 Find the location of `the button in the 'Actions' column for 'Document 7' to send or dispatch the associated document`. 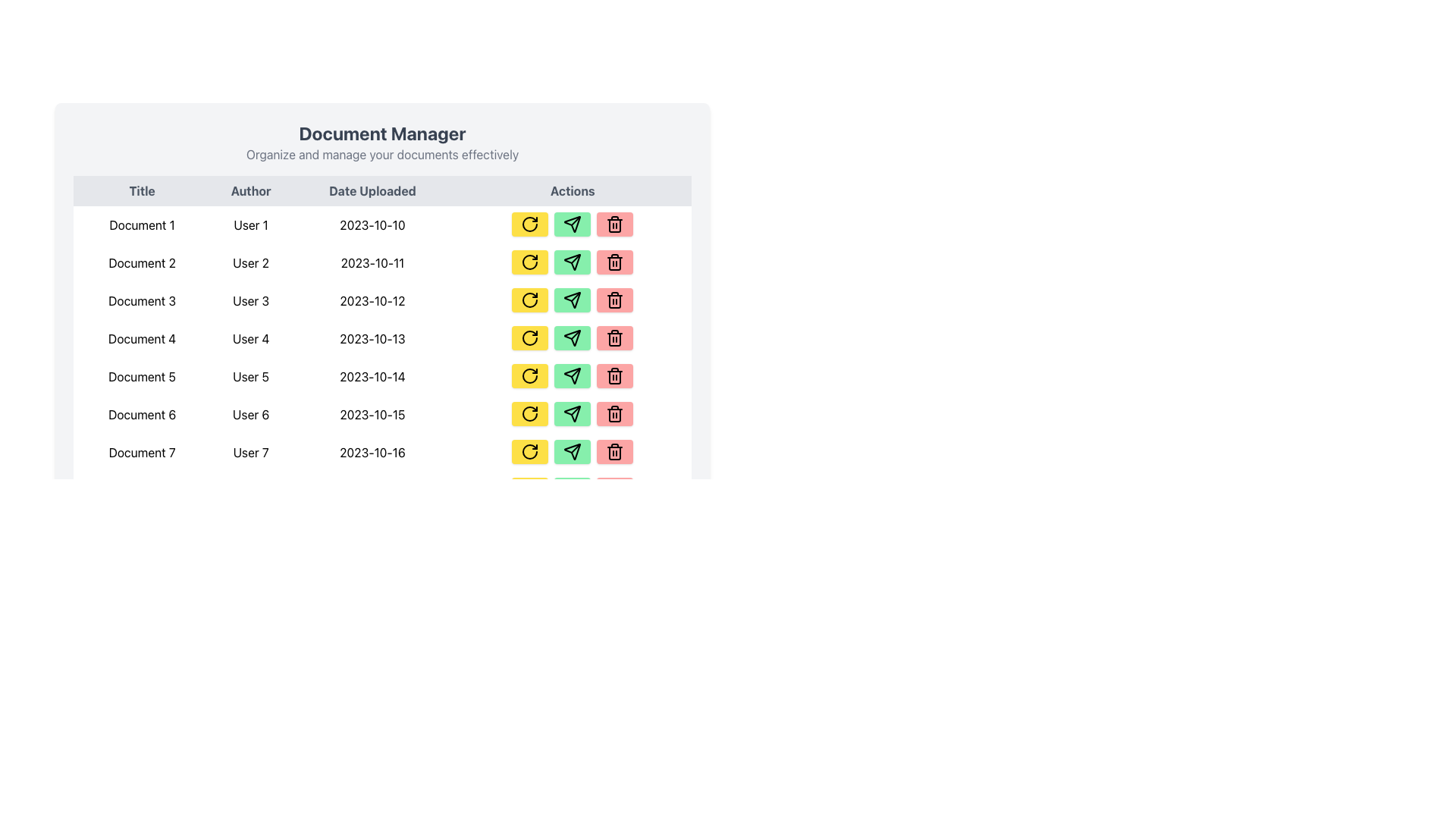

the button in the 'Actions' column for 'Document 7' to send or dispatch the associated document is located at coordinates (572, 452).